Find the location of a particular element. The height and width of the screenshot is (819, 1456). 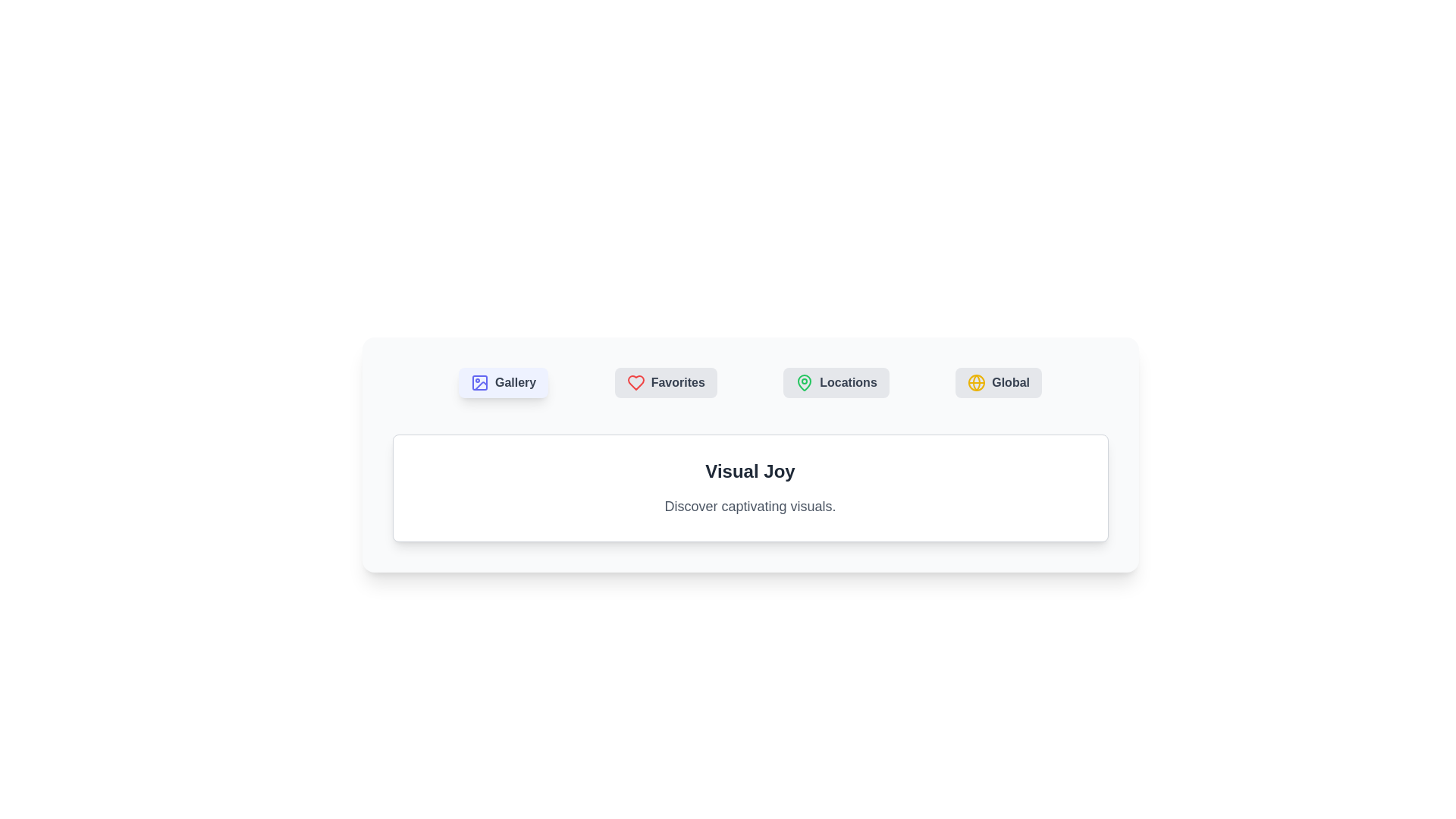

the tab labeled Locations to observe its hover effect is located at coordinates (836, 382).